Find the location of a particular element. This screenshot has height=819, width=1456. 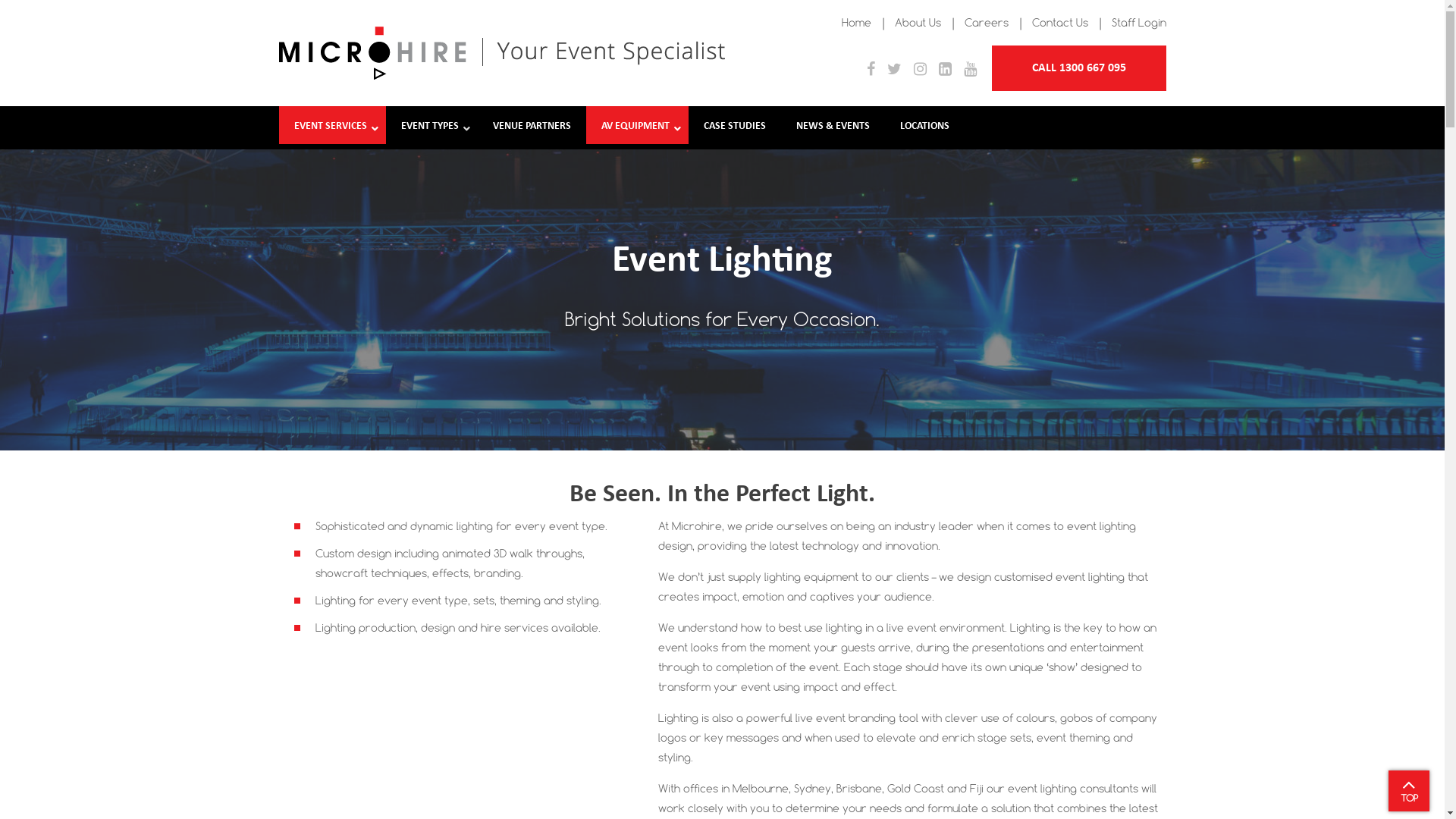

'Home' is located at coordinates (856, 22).